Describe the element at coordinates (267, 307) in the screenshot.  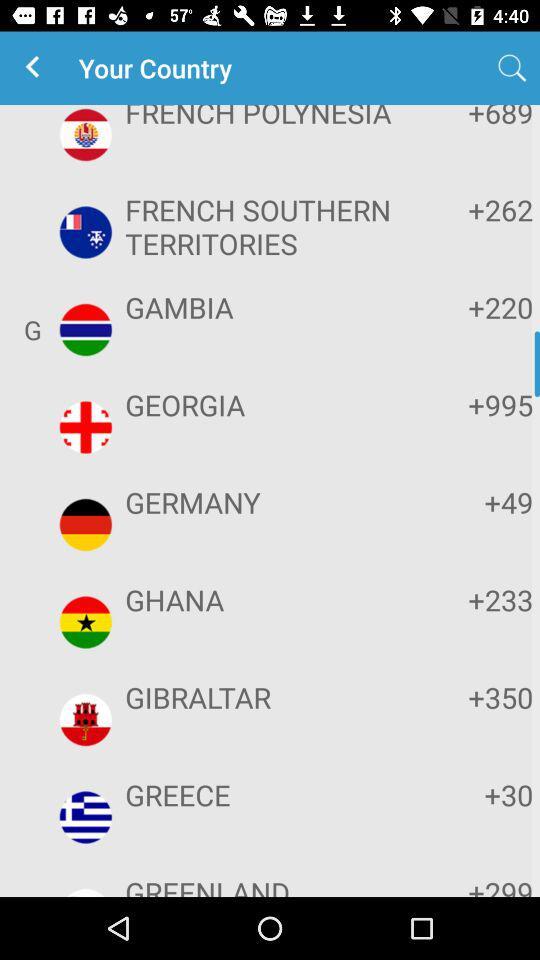
I see `the item to the left of the +220` at that location.